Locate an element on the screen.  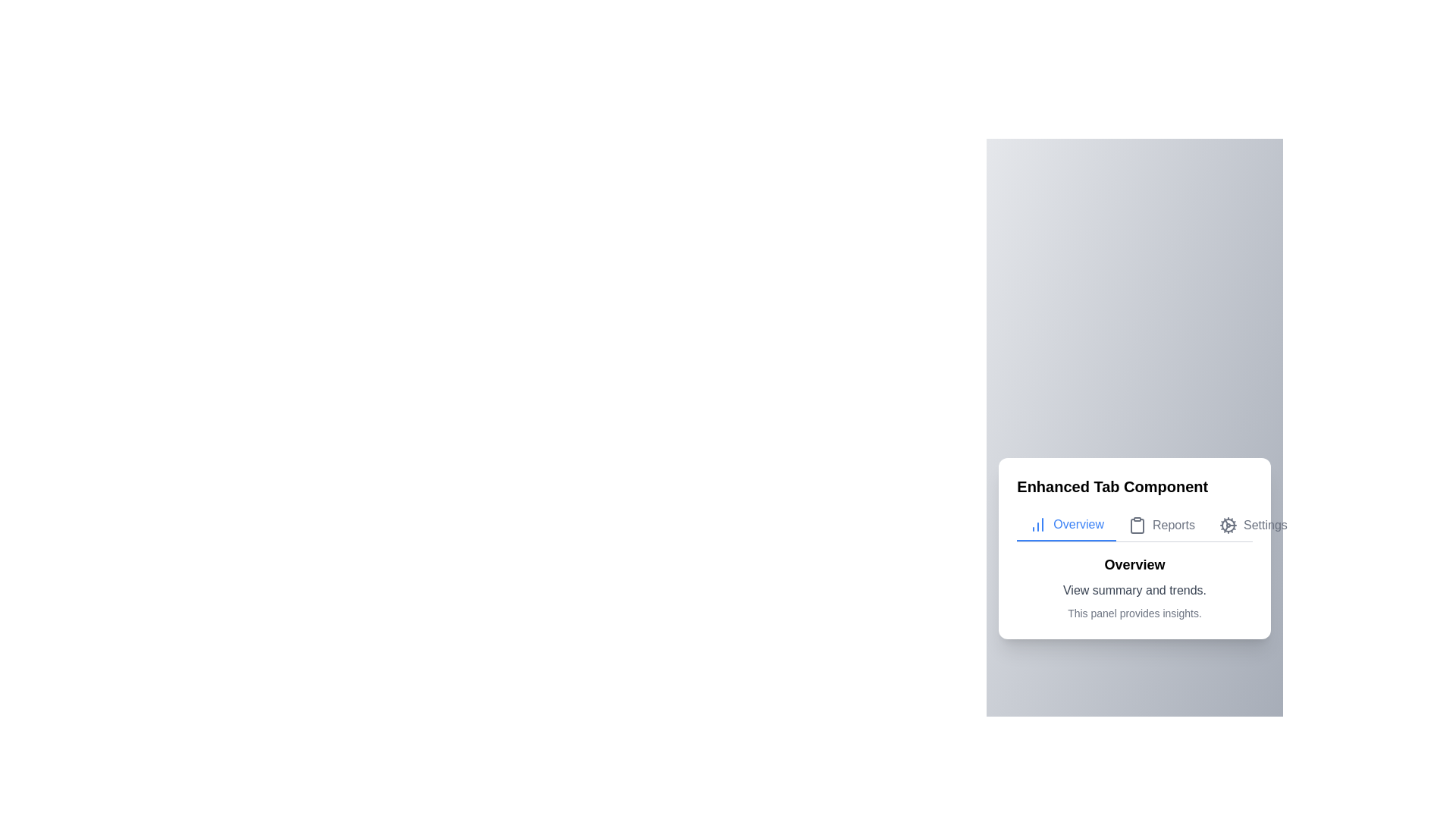
the Reports tab to navigate to it is located at coordinates (1160, 524).